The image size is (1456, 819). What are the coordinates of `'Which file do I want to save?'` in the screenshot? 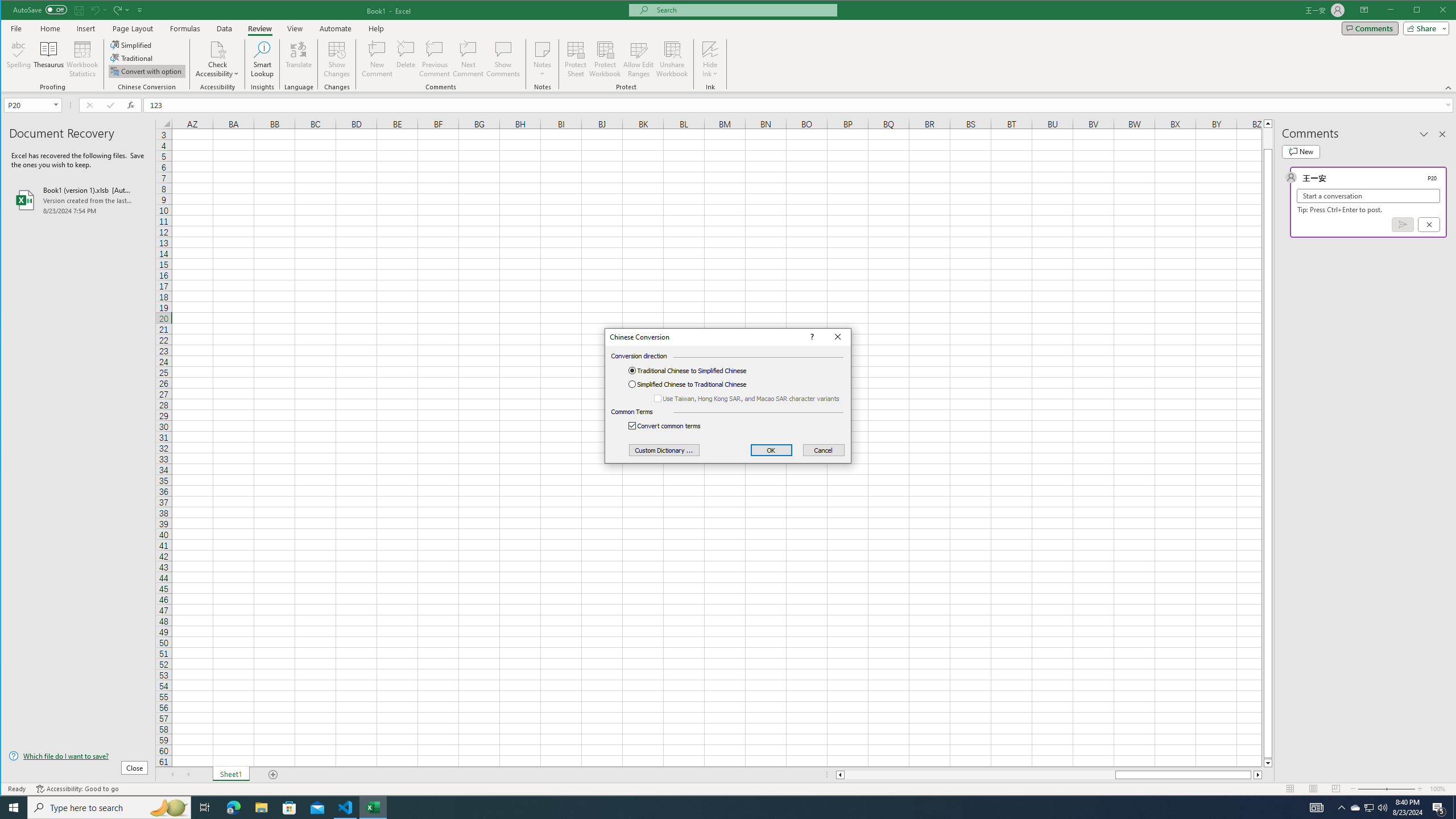 It's located at (78, 755).